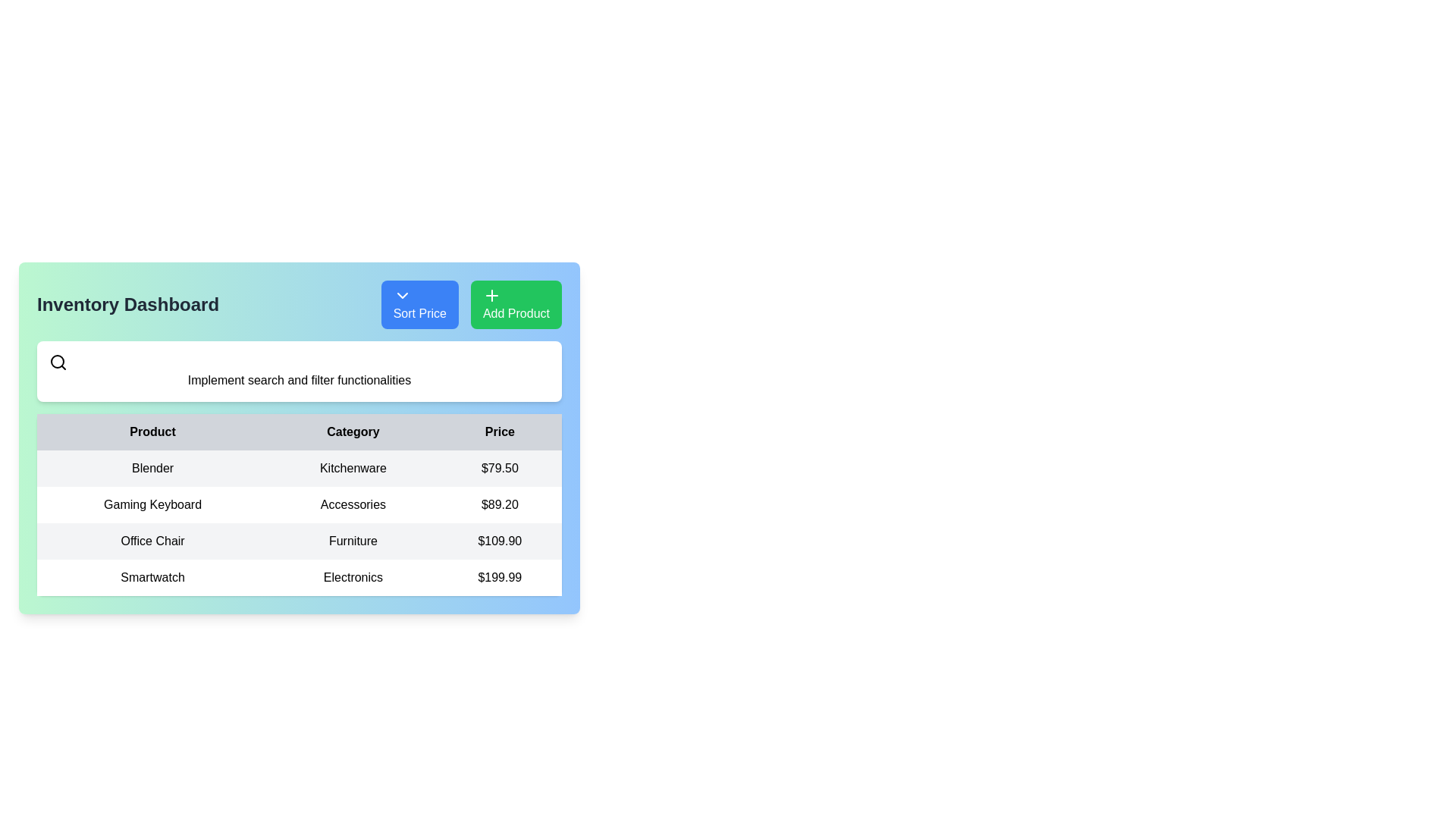  Describe the element at coordinates (500, 432) in the screenshot. I see `the Text label that serves as the column header for prices in the table, positioned as the third item after 'Product' and 'Category'` at that location.